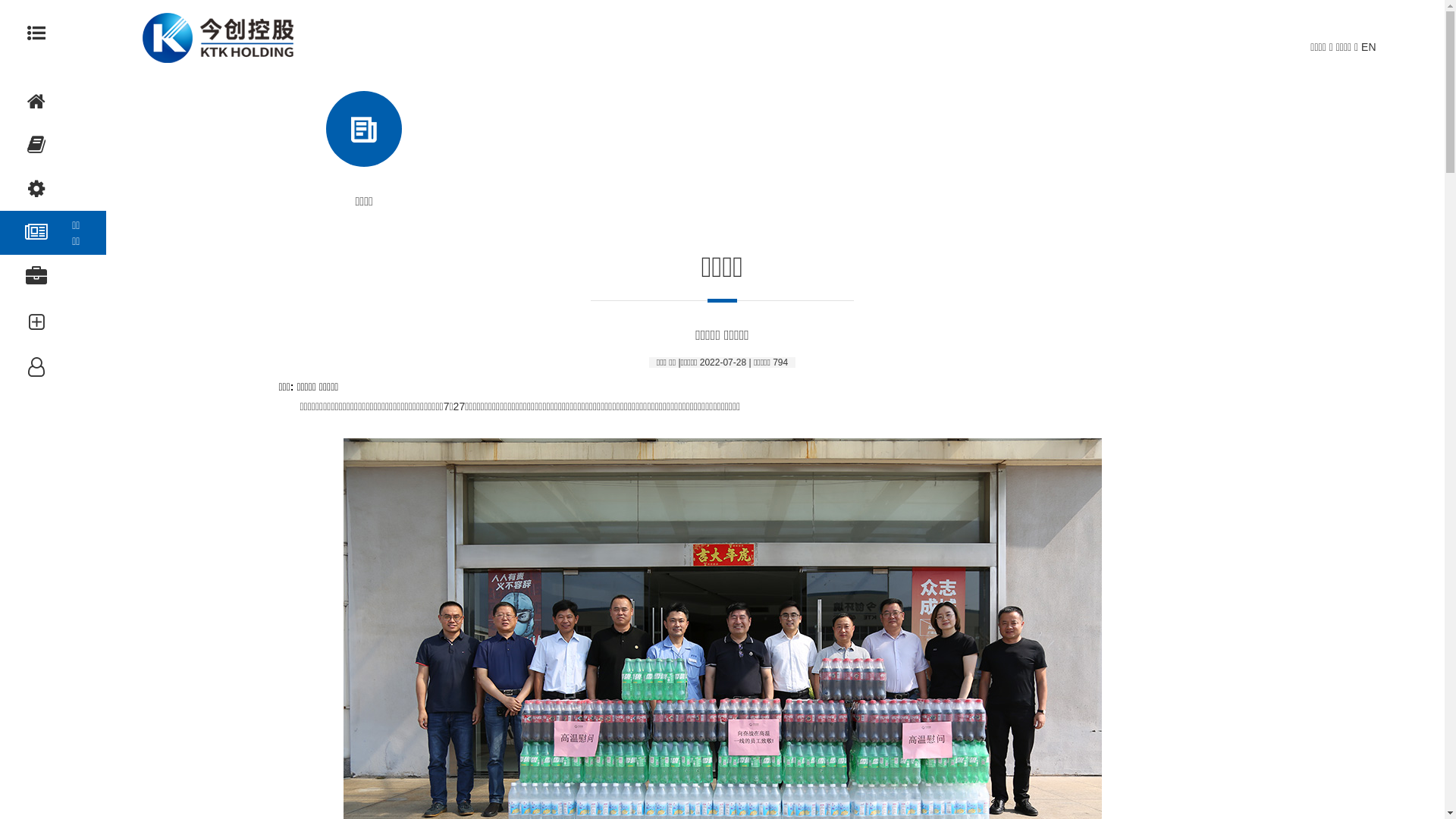  What do you see at coordinates (1368, 45) in the screenshot?
I see `'EN'` at bounding box center [1368, 45].